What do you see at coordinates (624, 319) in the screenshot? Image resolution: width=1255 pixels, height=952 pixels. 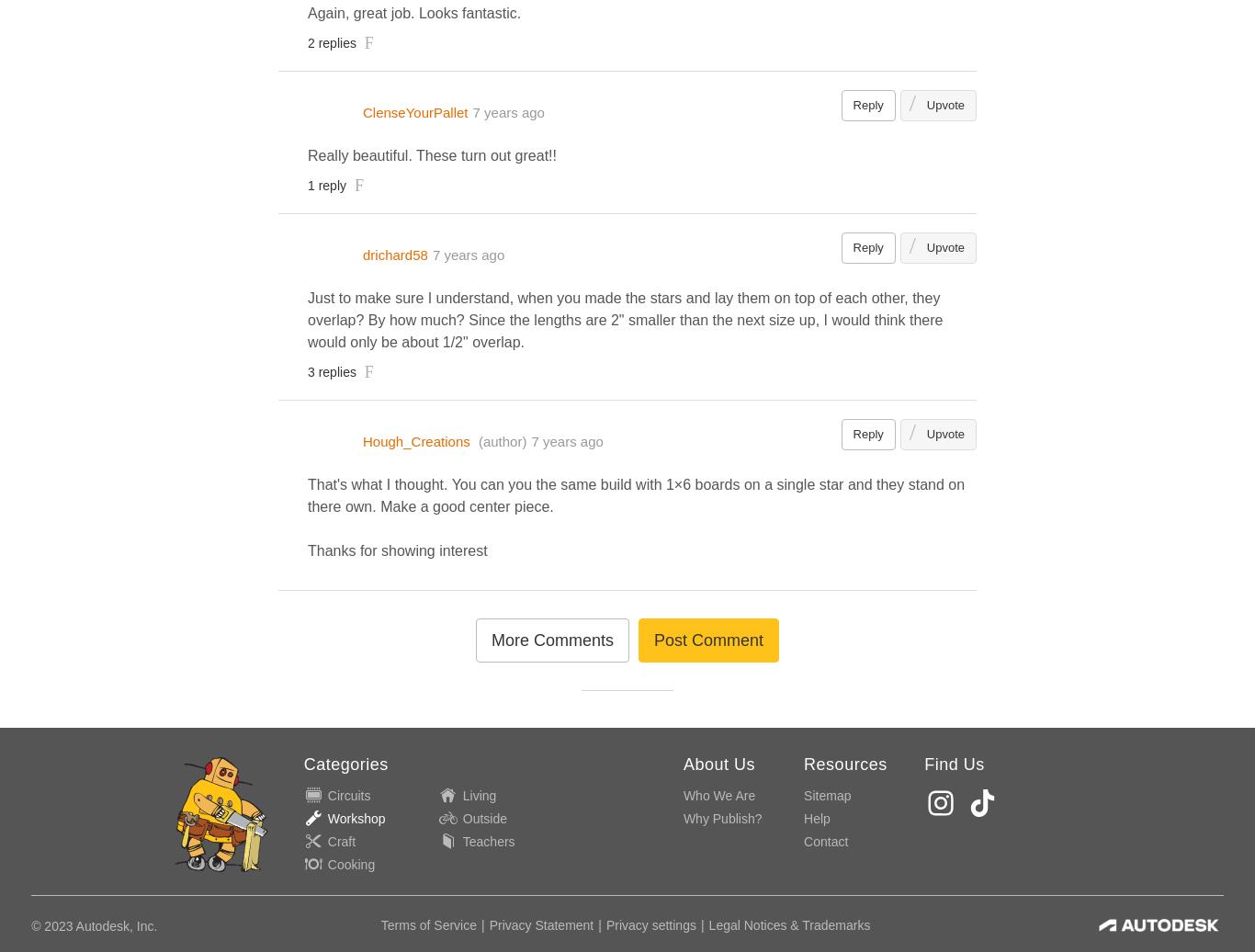 I see `'Just to make sure I understand, when you made the stars and lay them on top of each other, they overlap?  By how much?  Since the lengths are 2" smaller than the next size up, I would think there would only be about 1/2" overlap.'` at bounding box center [624, 319].